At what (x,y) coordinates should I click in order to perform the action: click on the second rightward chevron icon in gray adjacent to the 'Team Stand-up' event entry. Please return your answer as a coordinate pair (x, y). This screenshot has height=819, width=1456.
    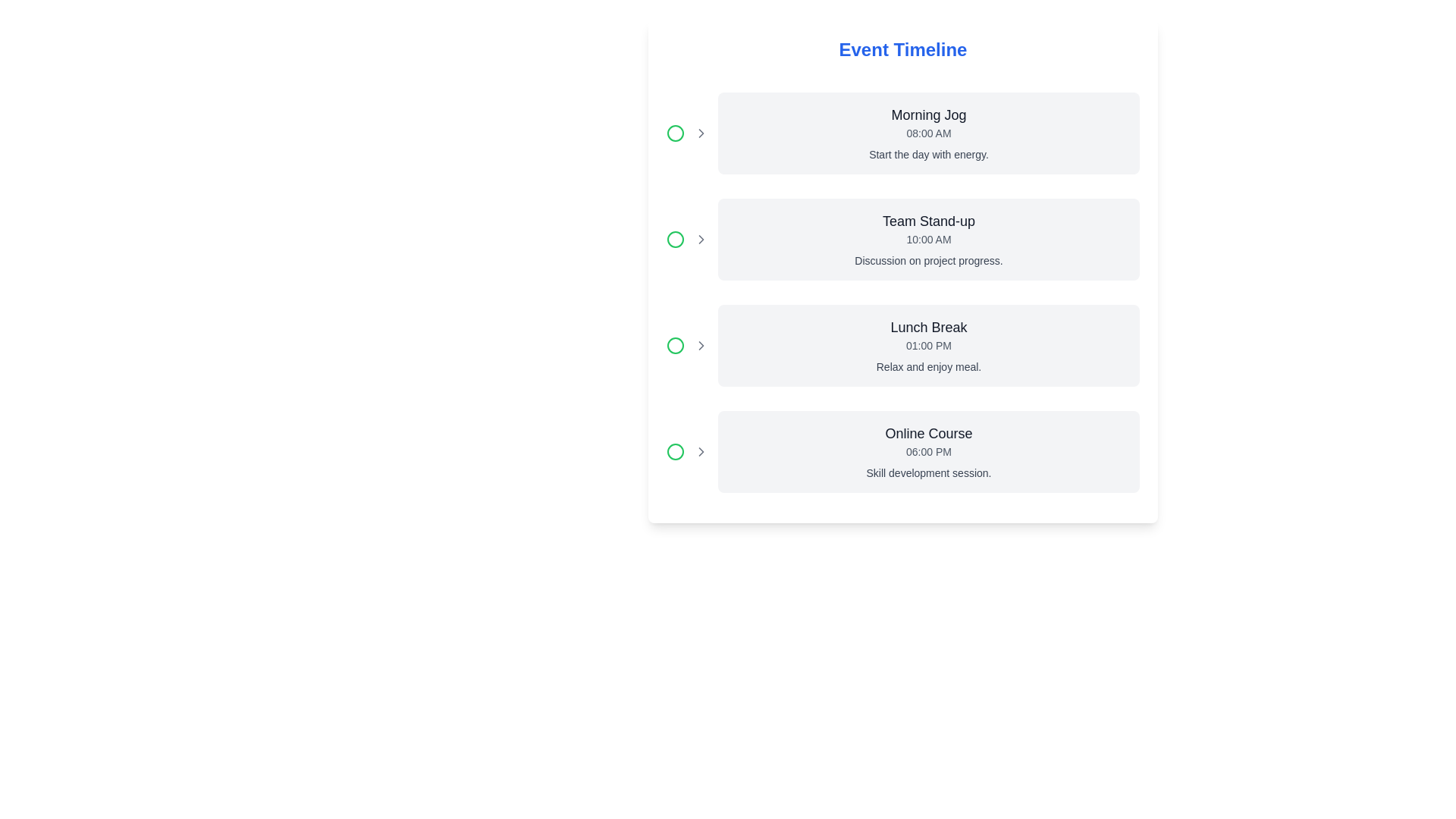
    Looking at the image, I should click on (701, 239).